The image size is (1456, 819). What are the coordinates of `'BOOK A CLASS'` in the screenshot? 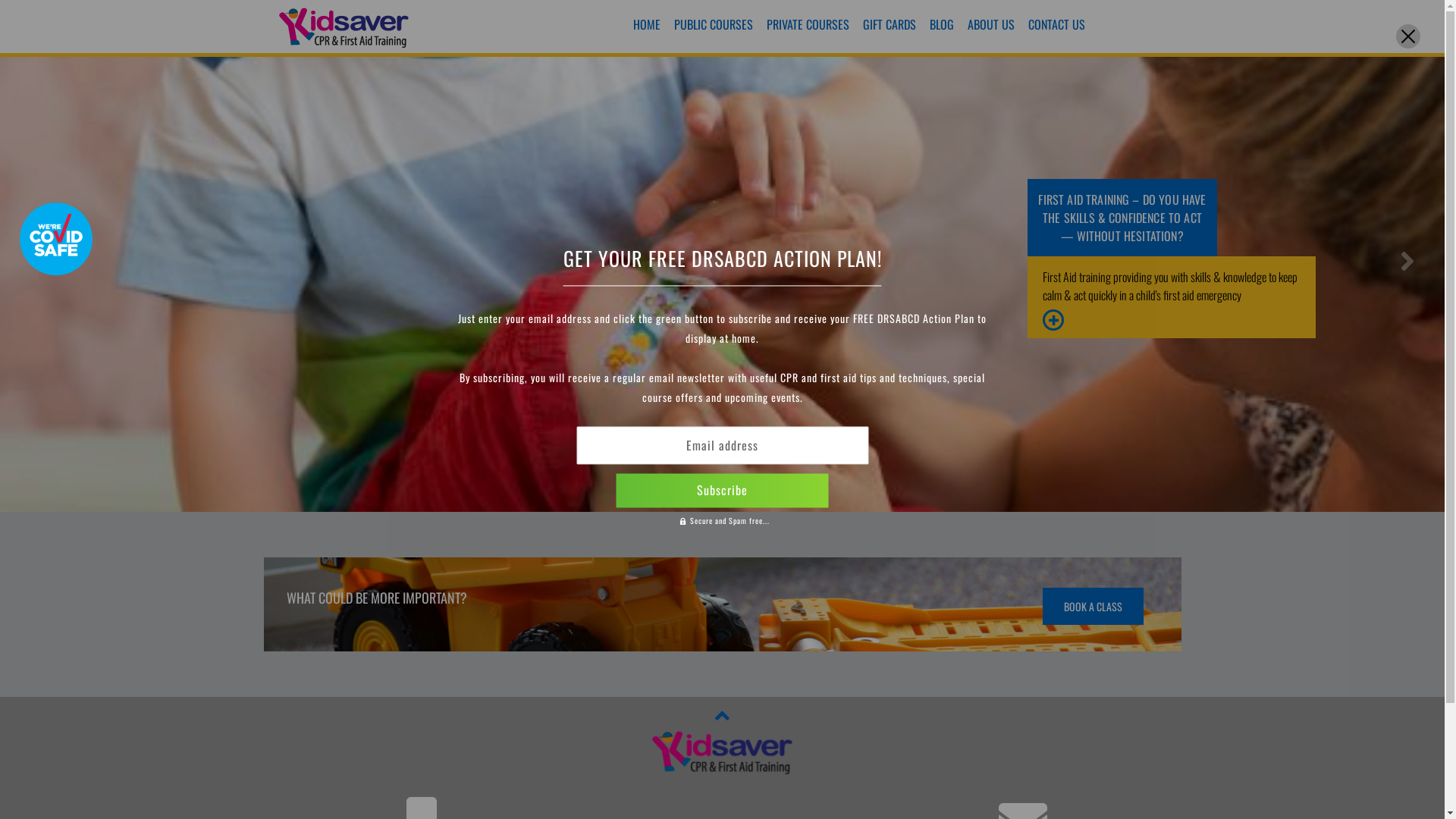 It's located at (1092, 605).